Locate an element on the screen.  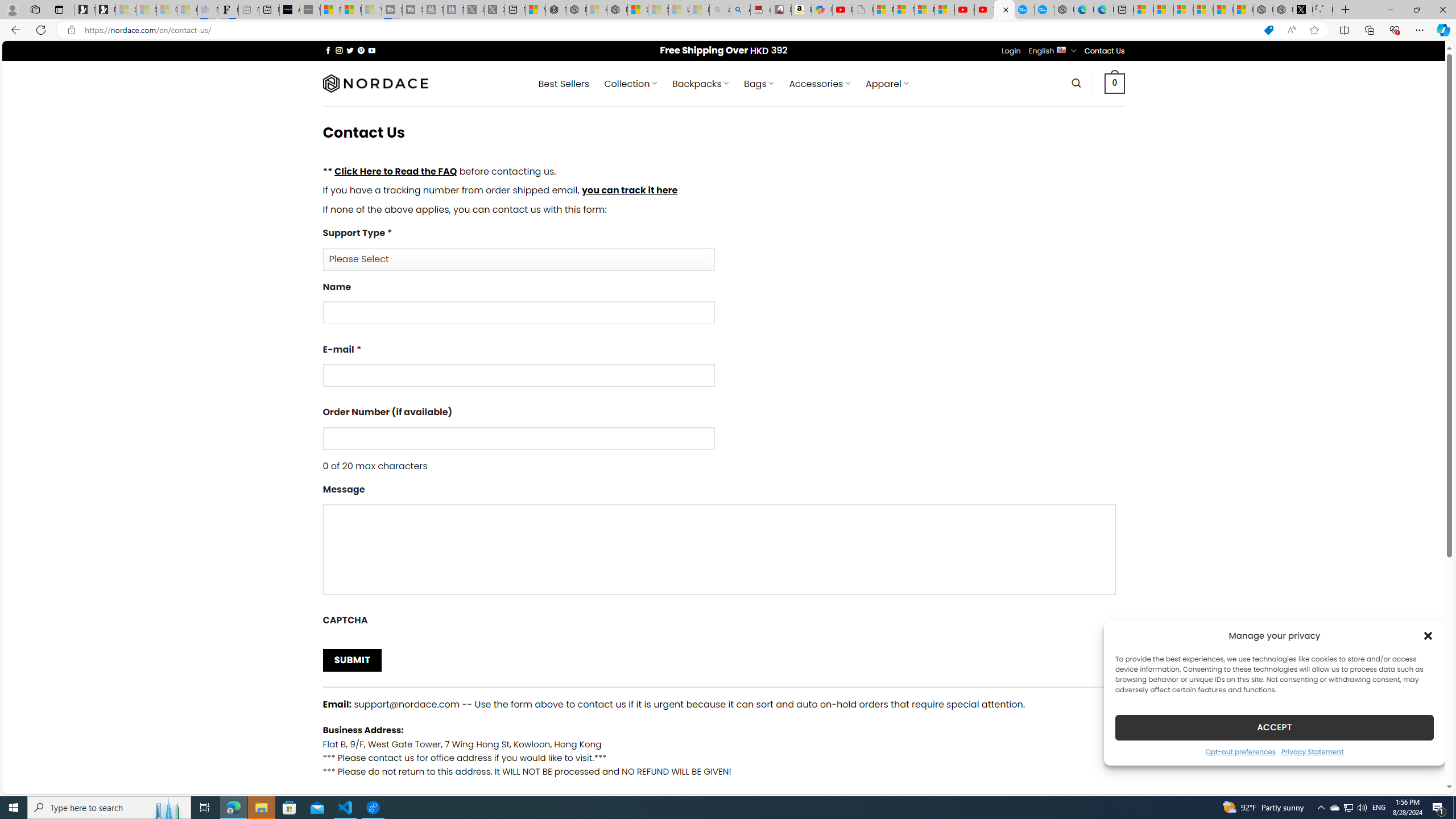
'Nordace - Nordace has arrived Hong Kong' is located at coordinates (1064, 9).